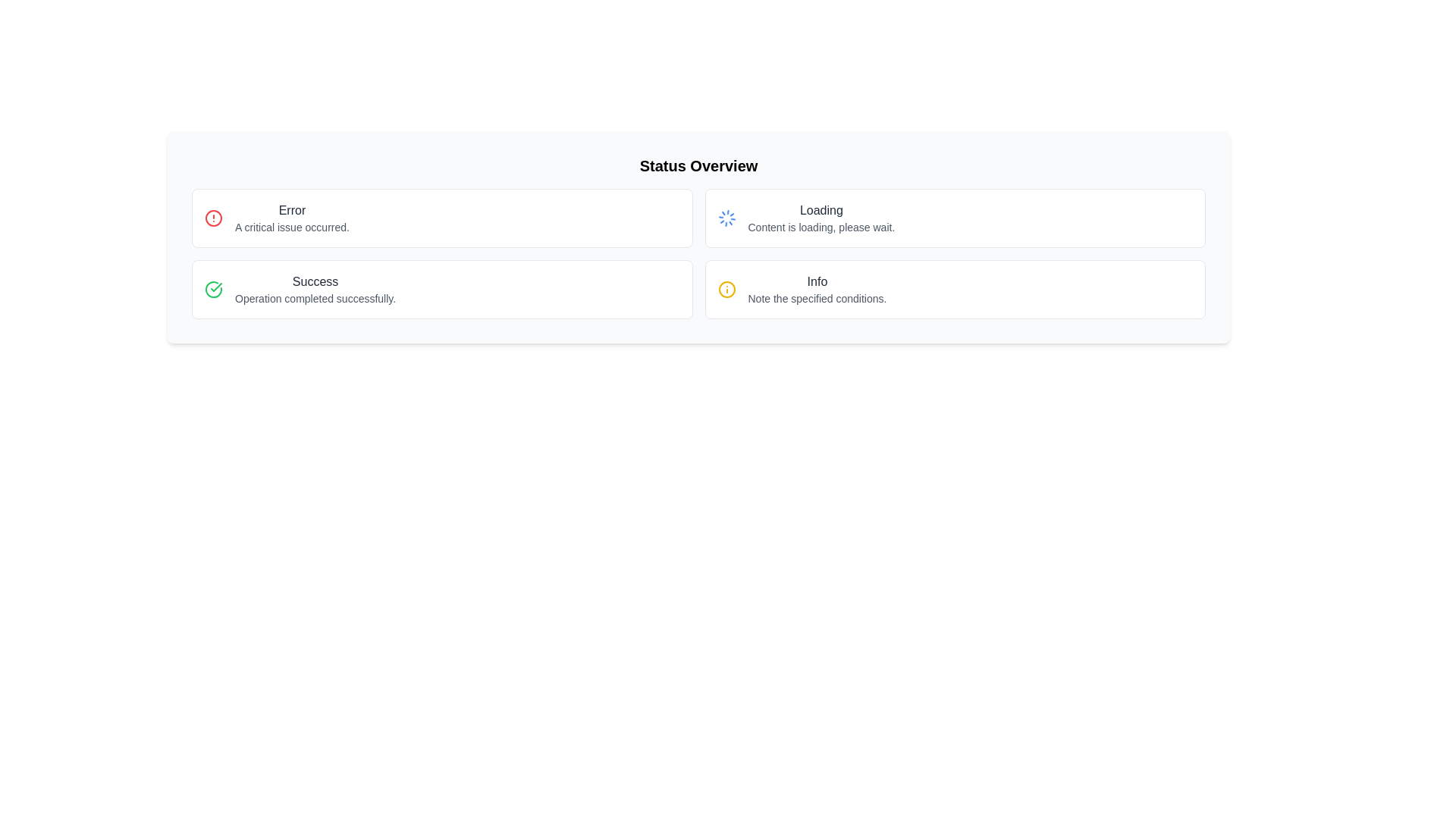 This screenshot has width=1456, height=819. What do you see at coordinates (726, 289) in the screenshot?
I see `the information icon, which is a yellow circular outline with a vertical line and dot inside, located in the bottom-right section of the layout, to the left of the 'Info' text` at bounding box center [726, 289].